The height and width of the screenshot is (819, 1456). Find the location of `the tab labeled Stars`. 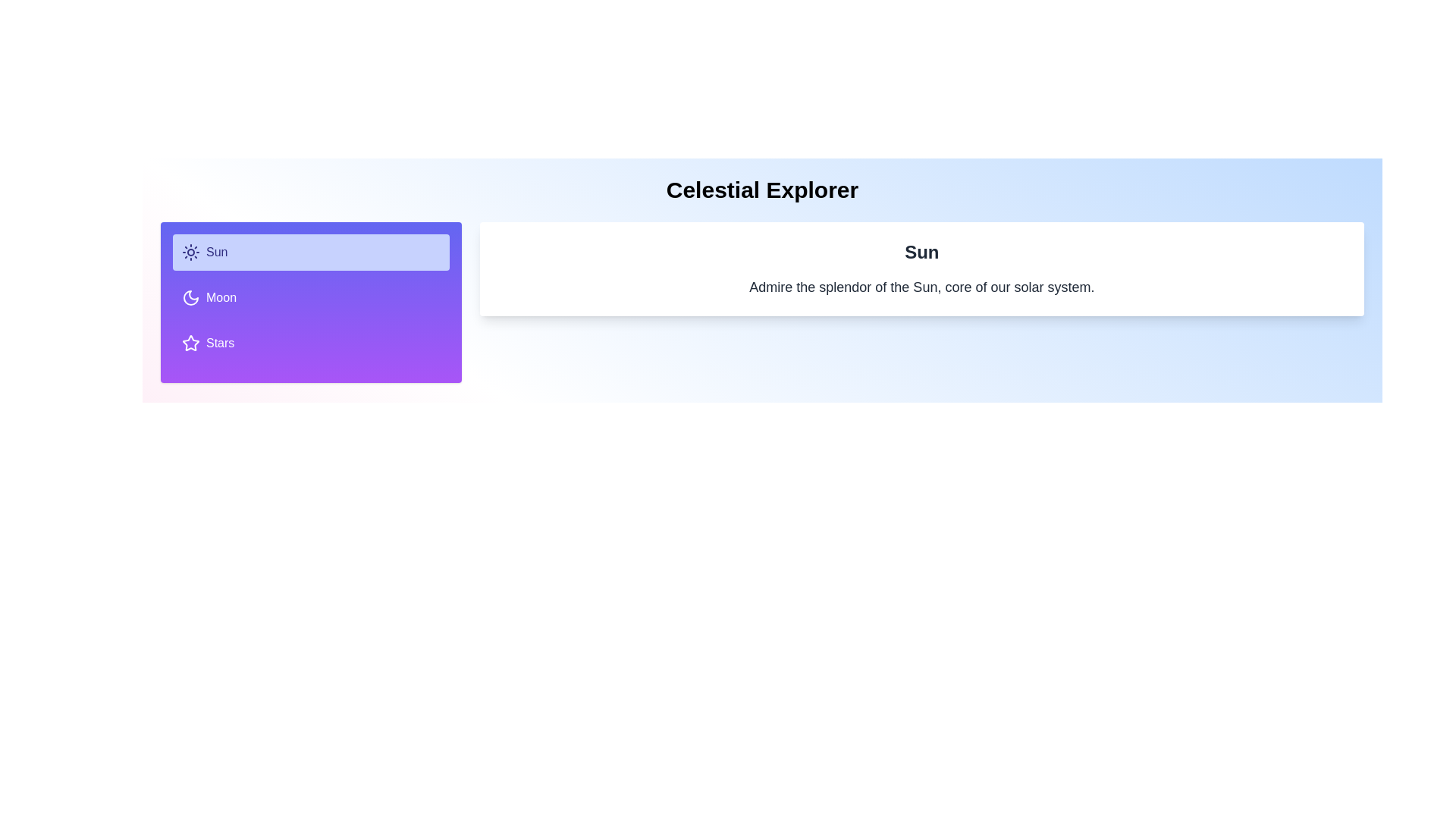

the tab labeled Stars is located at coordinates (310, 343).